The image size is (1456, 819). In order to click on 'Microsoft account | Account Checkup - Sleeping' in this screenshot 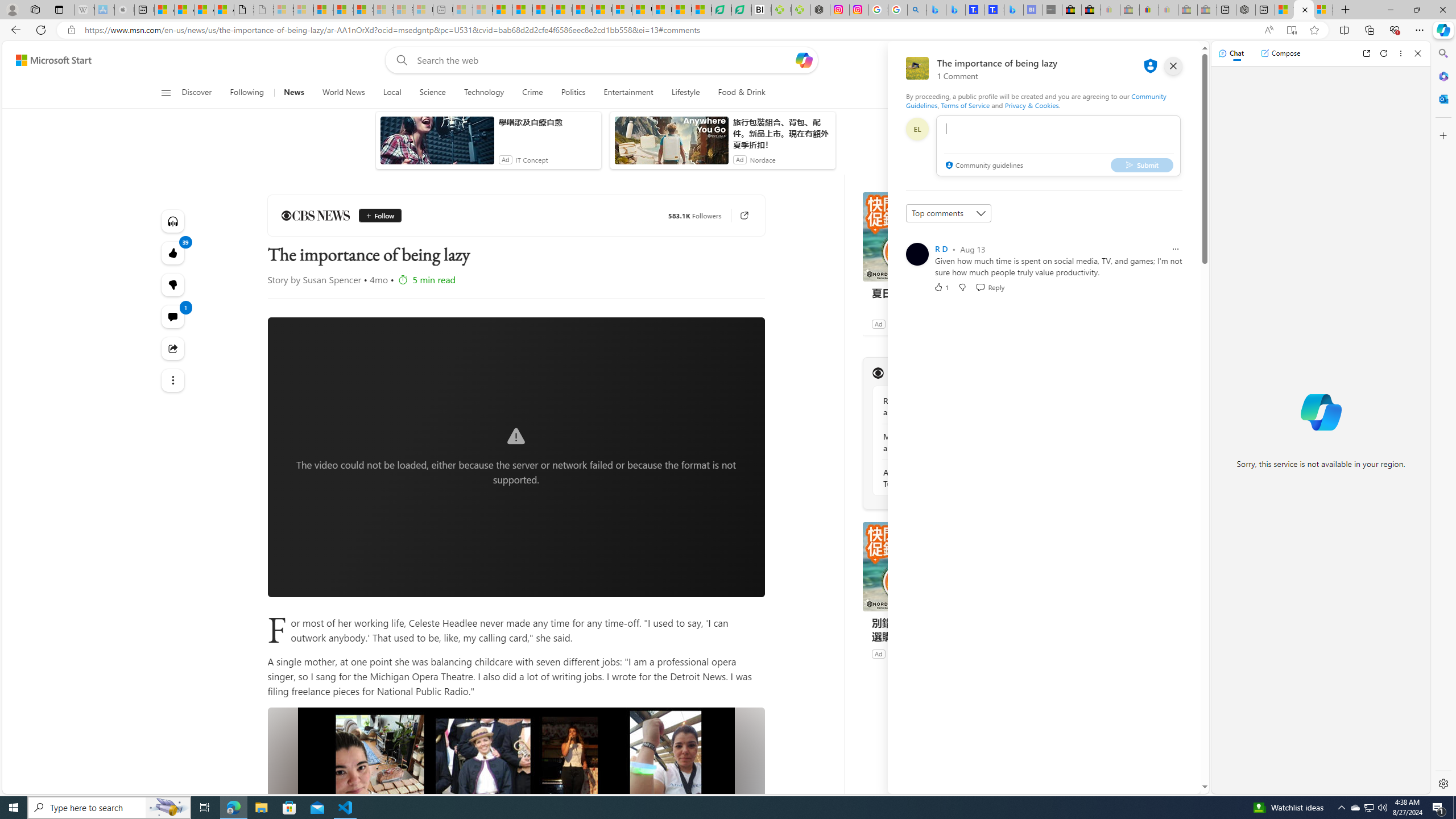, I will do `click(422, 9)`.